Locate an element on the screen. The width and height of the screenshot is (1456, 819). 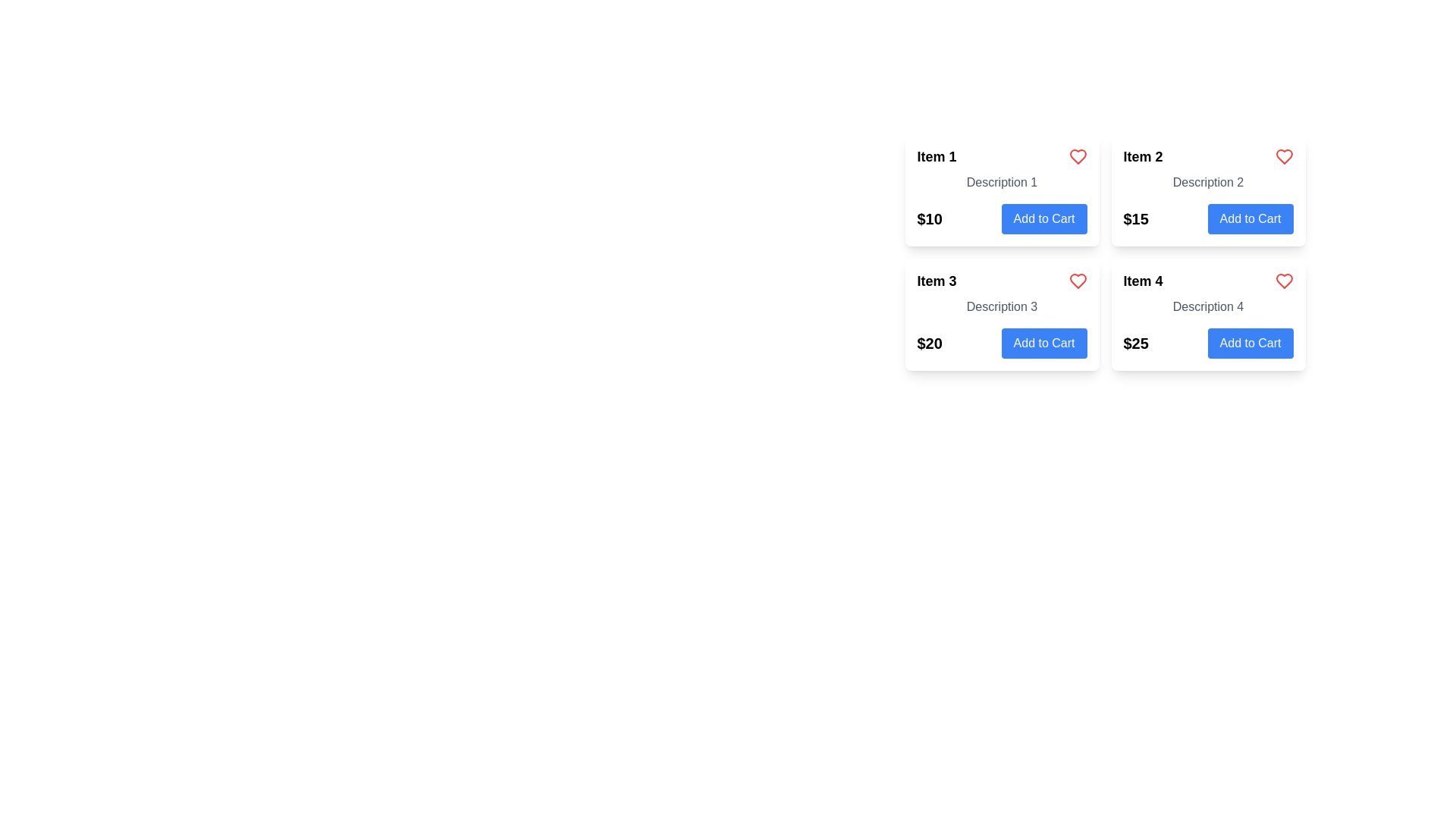
the button to add Item 4 with a price of $25 is located at coordinates (1250, 343).